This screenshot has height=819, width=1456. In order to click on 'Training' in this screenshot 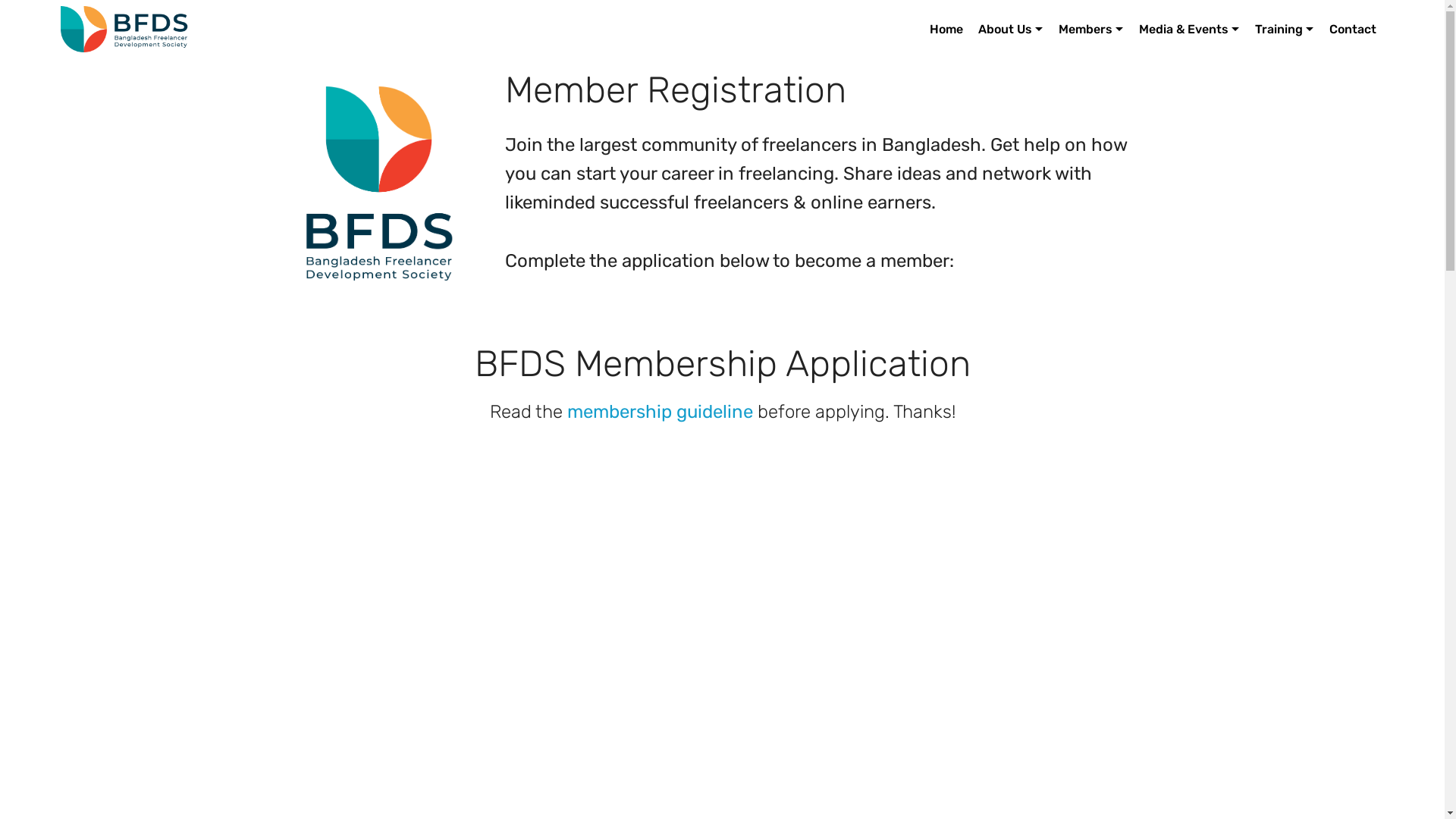, I will do `click(1283, 29)`.